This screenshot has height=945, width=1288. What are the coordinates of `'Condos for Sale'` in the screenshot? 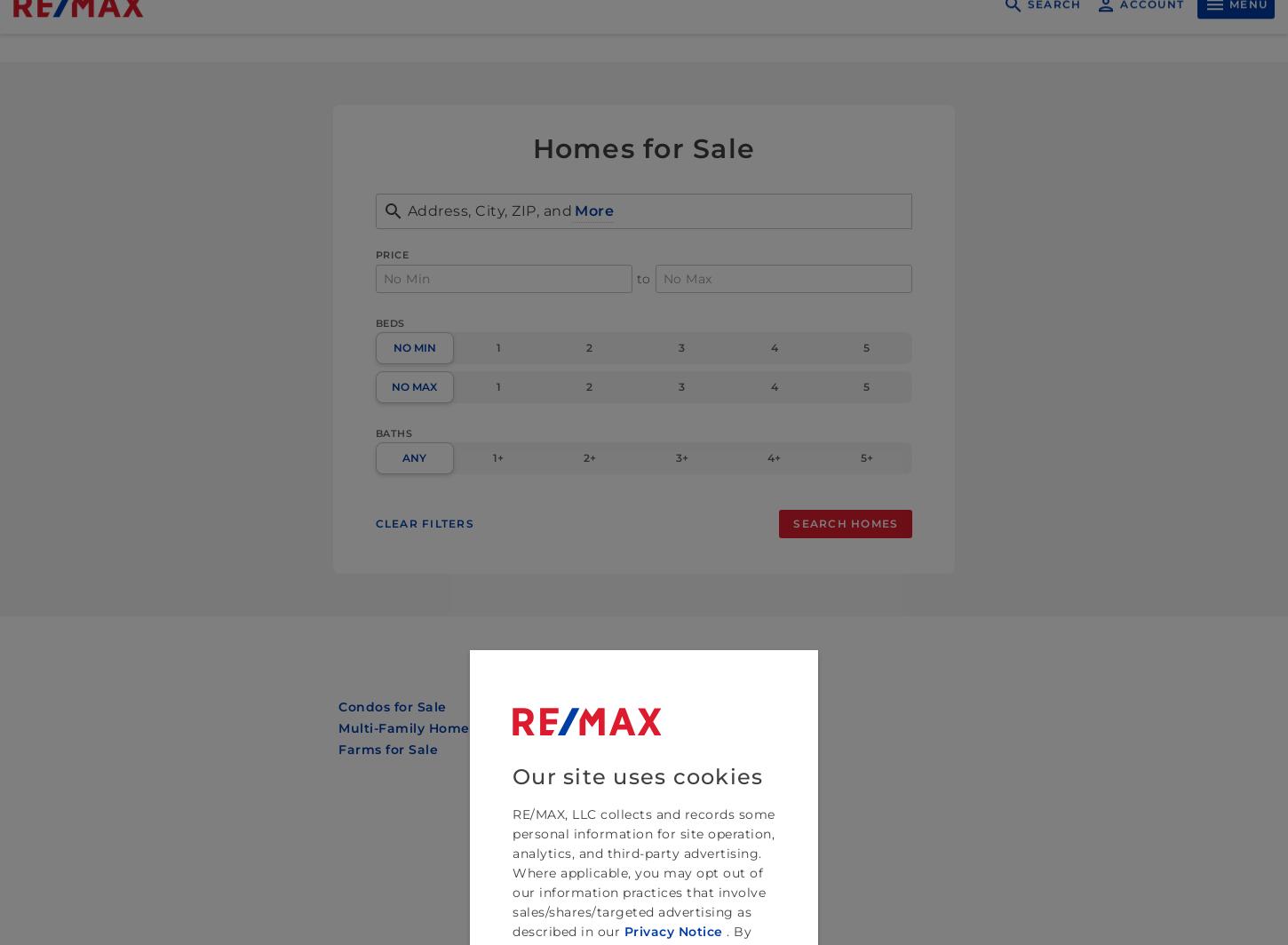 It's located at (391, 706).